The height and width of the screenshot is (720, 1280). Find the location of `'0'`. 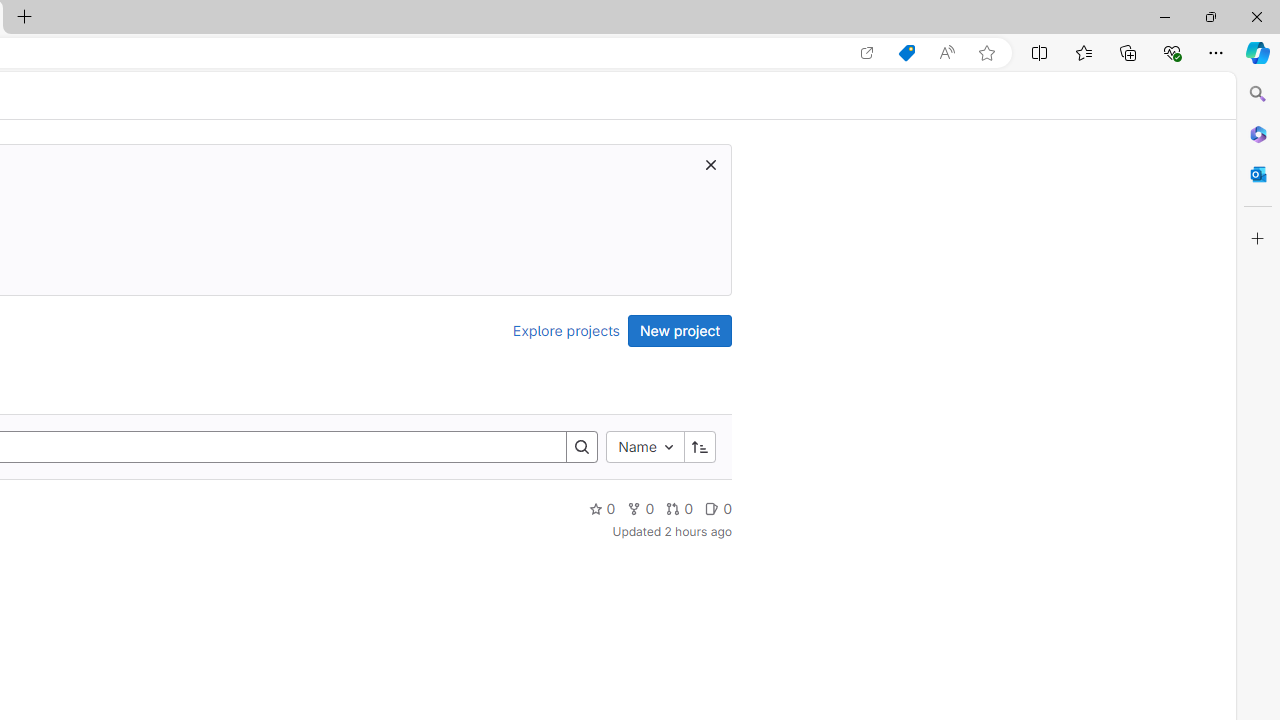

'0' is located at coordinates (718, 507).